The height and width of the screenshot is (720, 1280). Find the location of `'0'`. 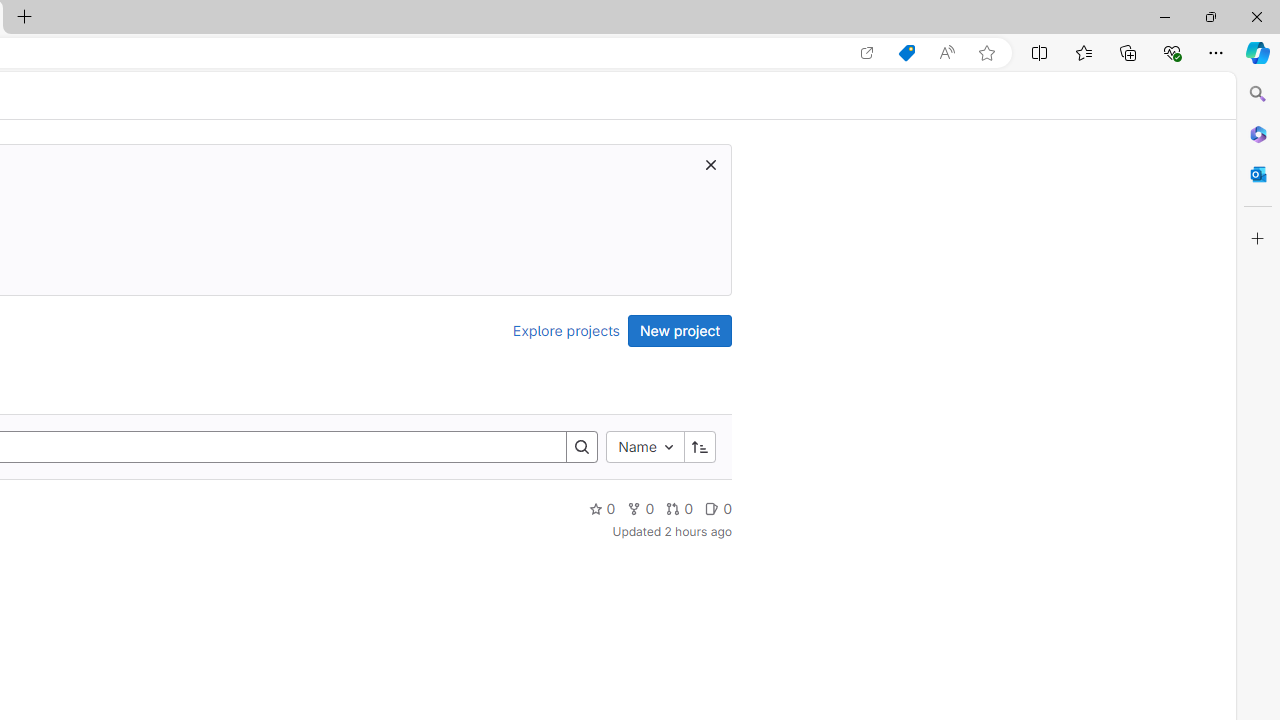

'0' is located at coordinates (718, 507).